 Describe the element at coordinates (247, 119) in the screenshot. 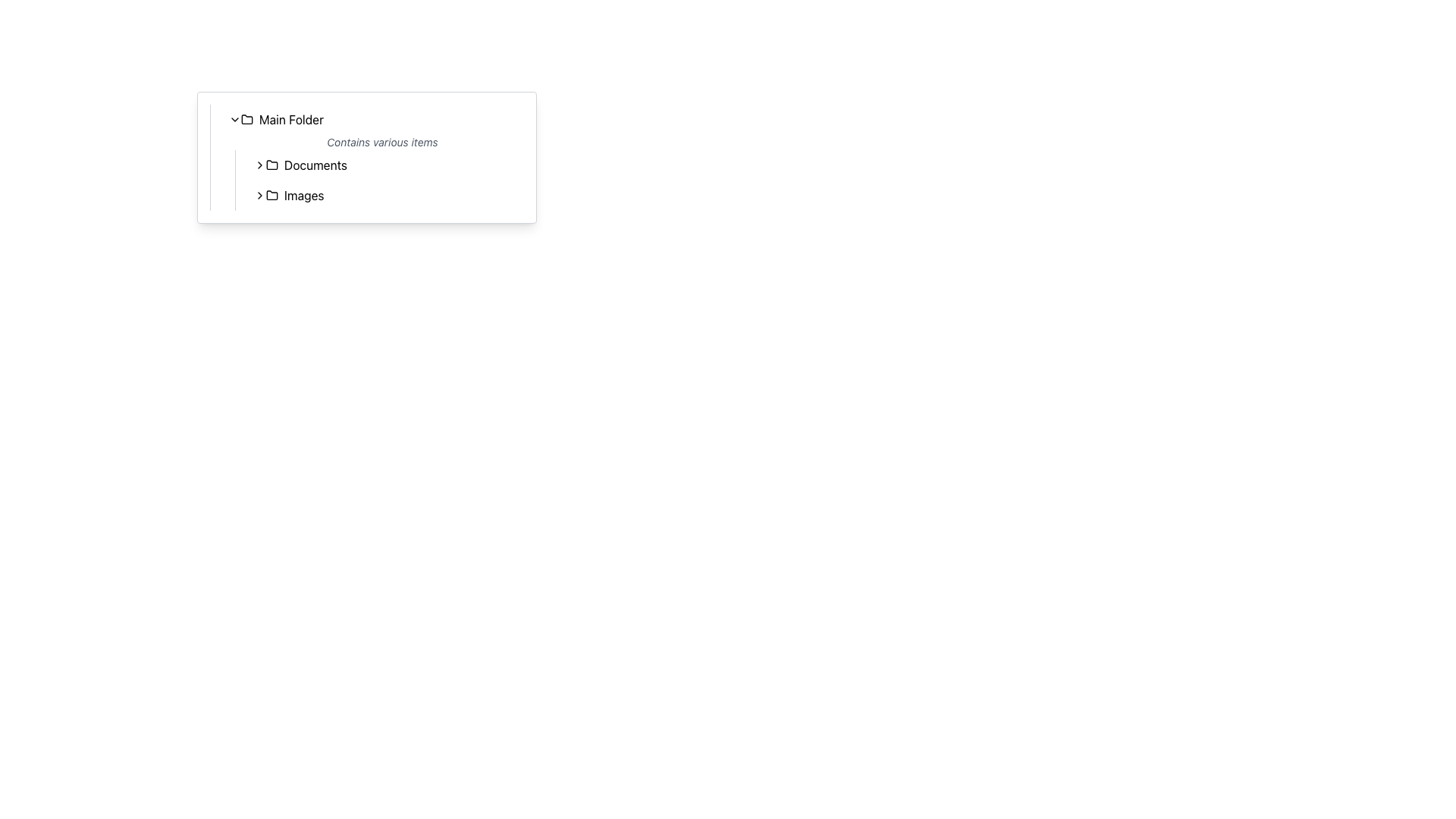

I see `the folder icon visually representing an expandable menu, located next to a chevron-down icon and the text 'Main Folder'` at that location.